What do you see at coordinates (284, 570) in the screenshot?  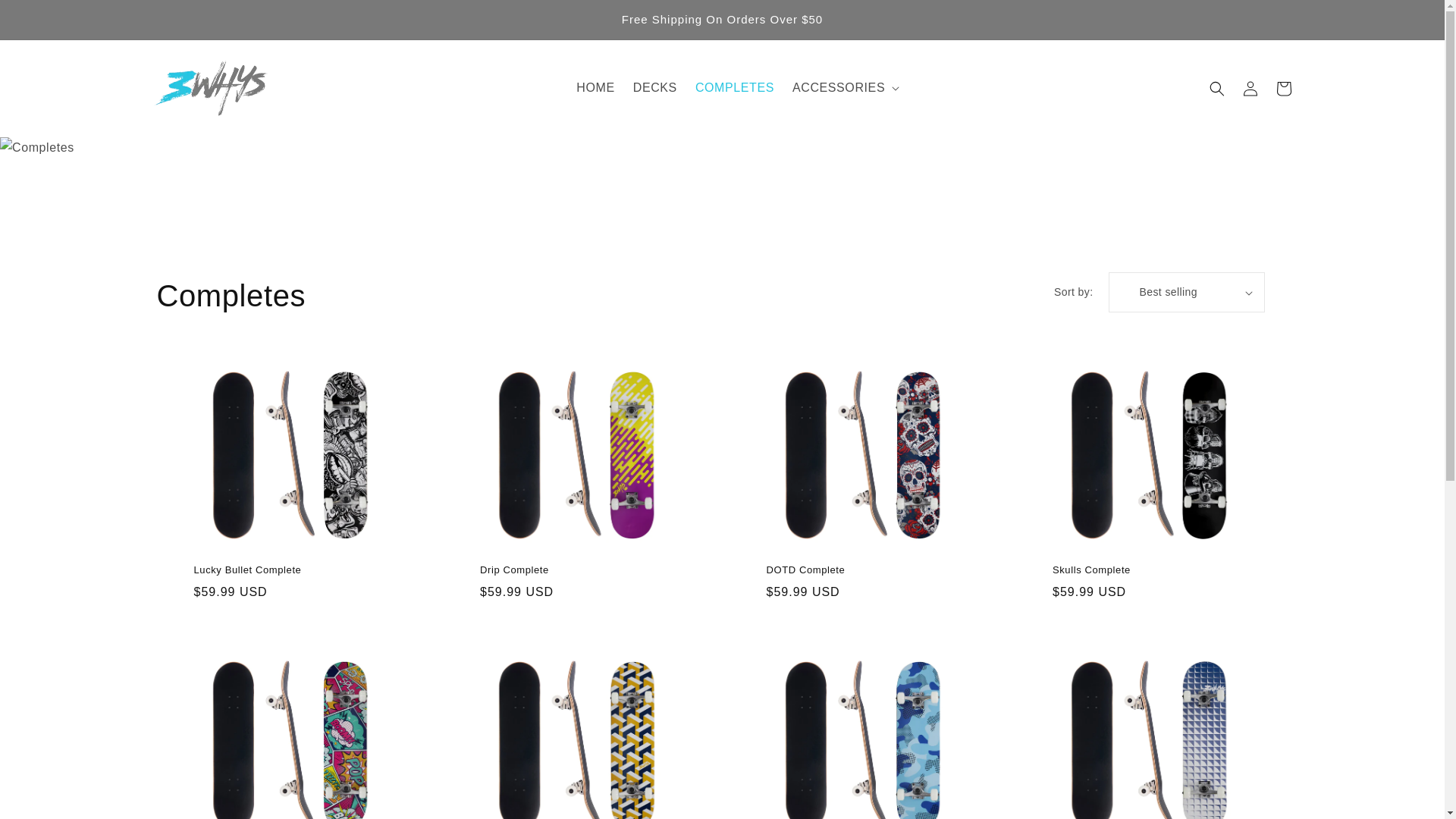 I see `'Lucky Bullet Complete'` at bounding box center [284, 570].